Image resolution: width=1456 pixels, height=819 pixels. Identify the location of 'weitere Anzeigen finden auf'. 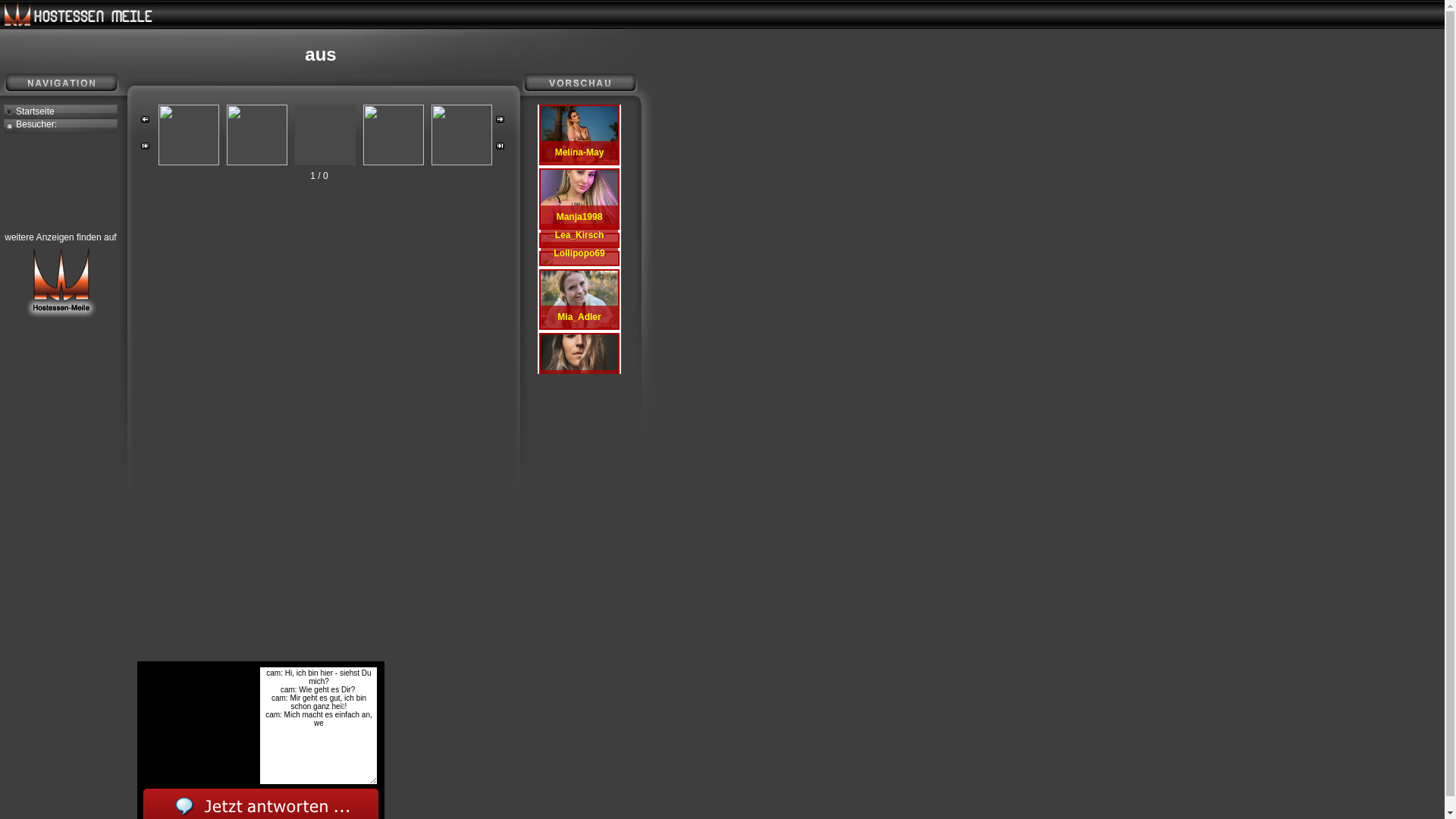
(60, 276).